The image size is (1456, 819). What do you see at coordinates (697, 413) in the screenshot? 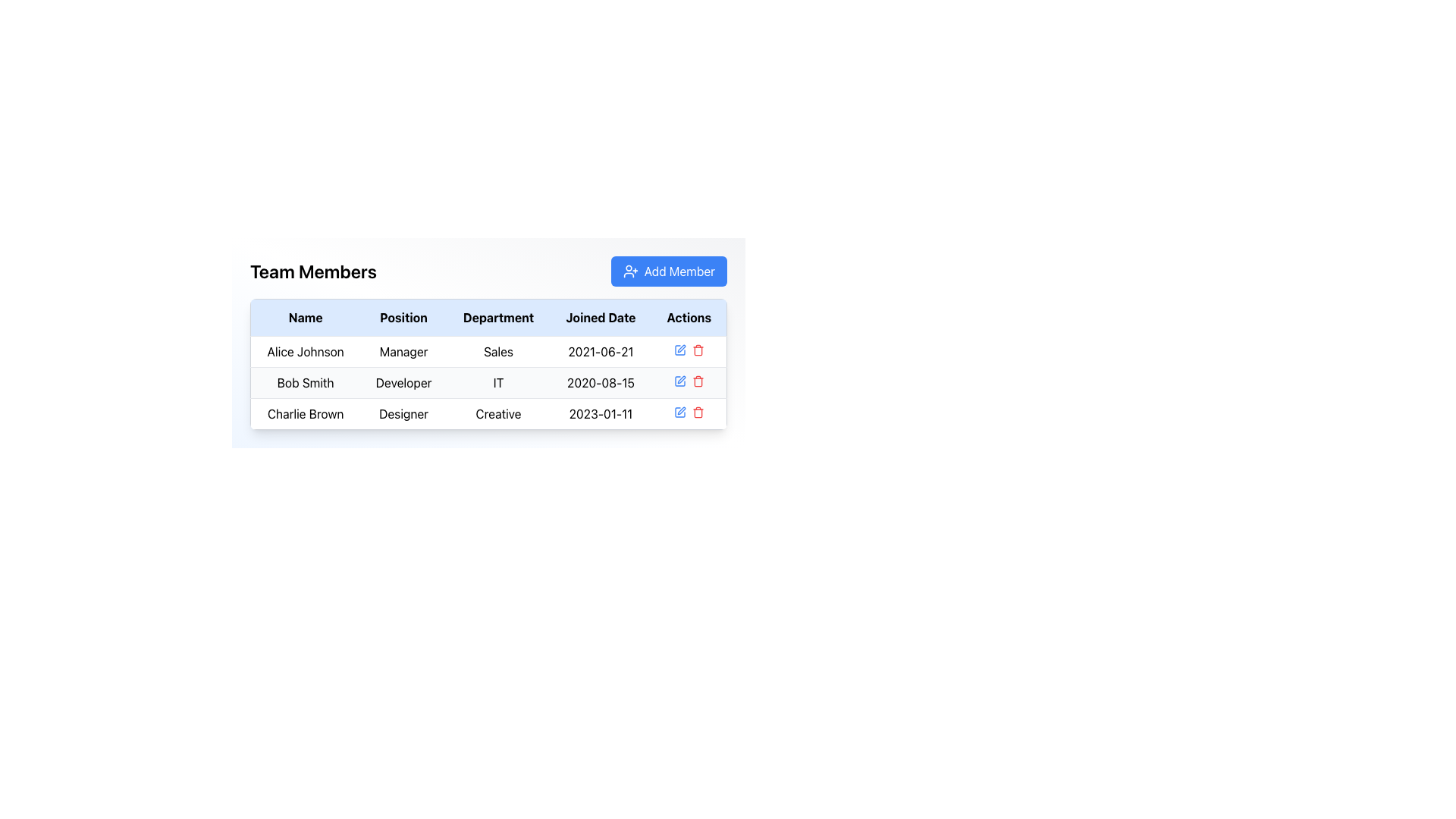
I see `the delete icon in the 'Actions' column for the row labeled 'Charlie Brown', which is the second graphical component of the SVG representing a trash icon` at bounding box center [697, 413].